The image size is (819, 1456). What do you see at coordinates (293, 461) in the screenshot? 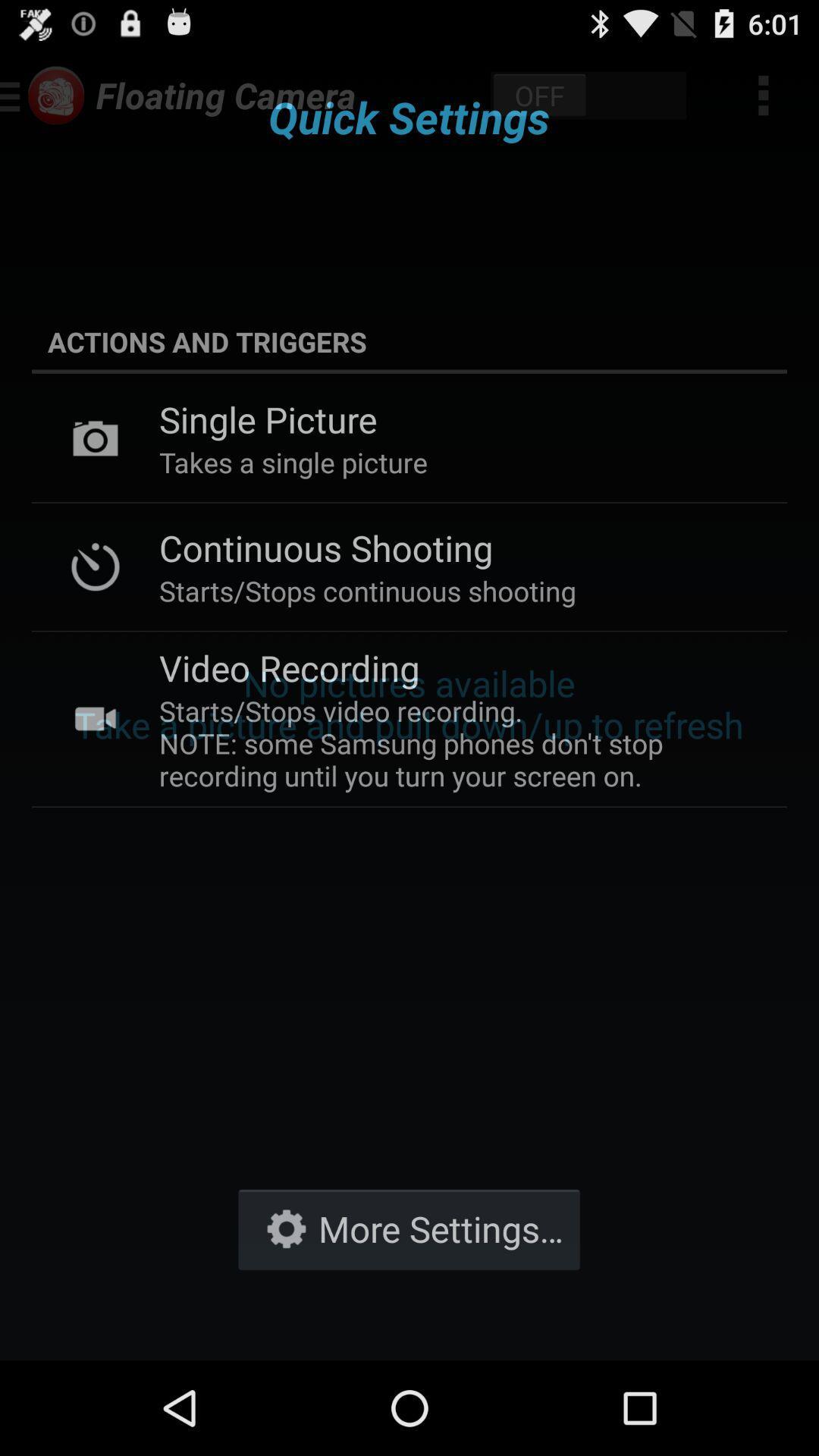
I see `the item above the continuous shooting icon` at bounding box center [293, 461].